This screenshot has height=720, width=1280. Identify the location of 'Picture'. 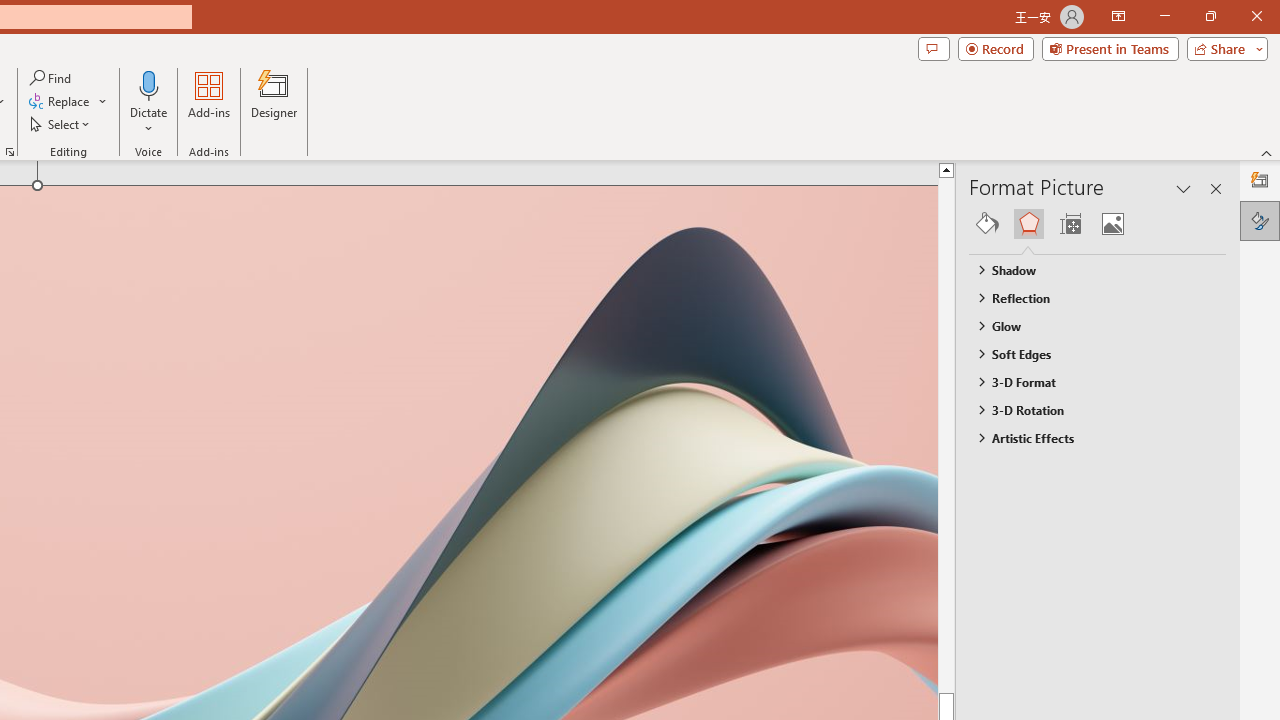
(1111, 223).